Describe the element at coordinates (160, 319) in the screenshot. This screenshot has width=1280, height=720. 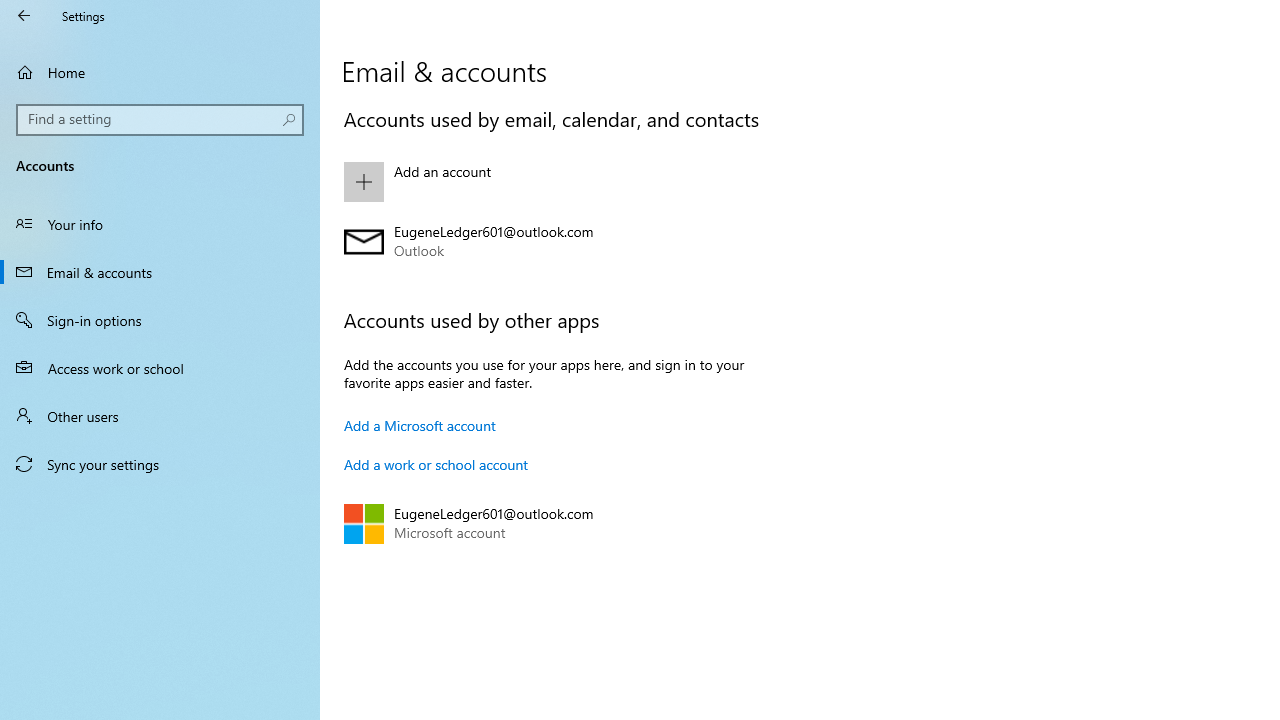
I see `'Sign-in options'` at that location.